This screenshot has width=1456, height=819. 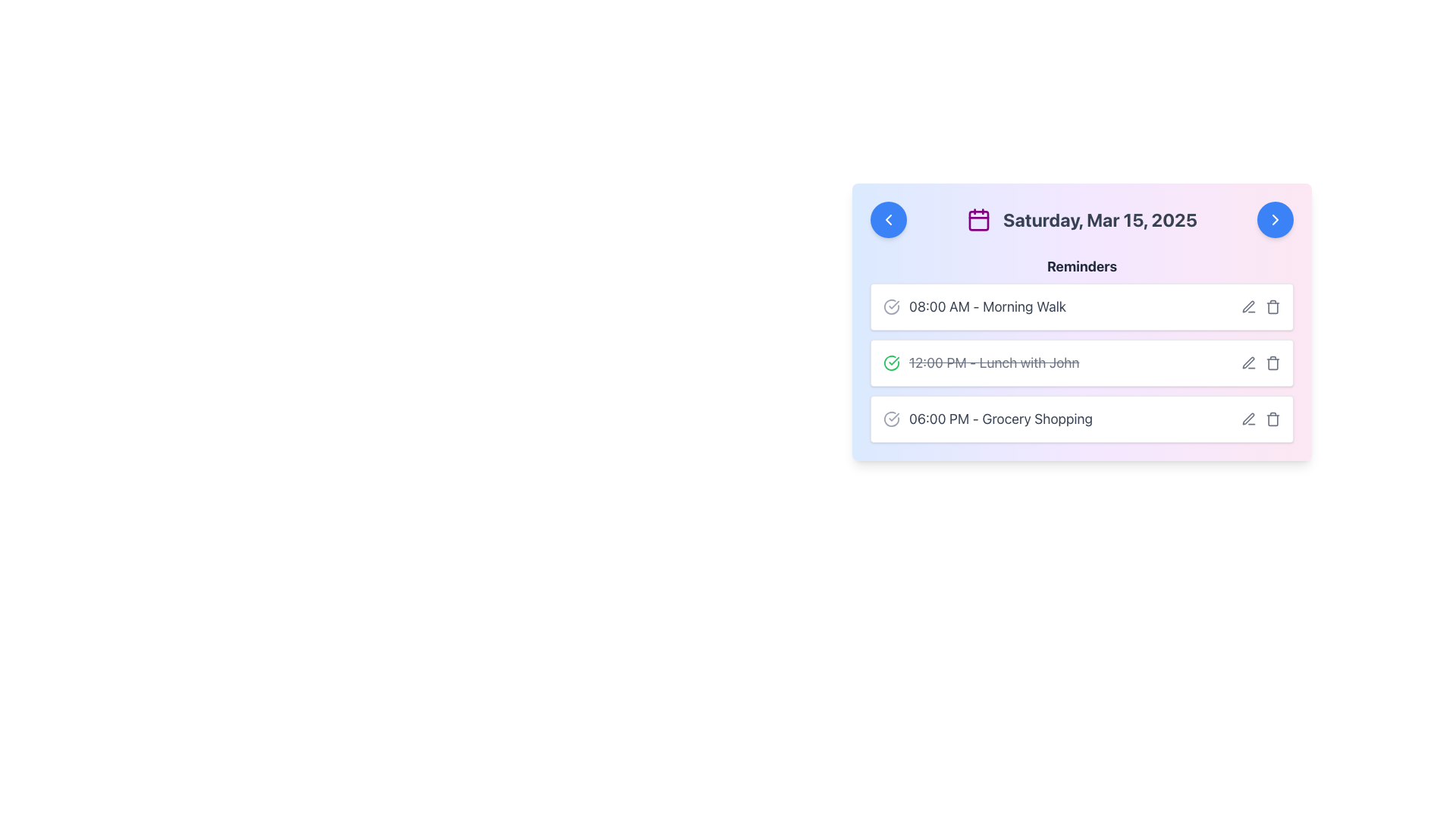 I want to click on the delete icon button located at the far right of the last row in the reminders list to change its color, so click(x=1273, y=419).